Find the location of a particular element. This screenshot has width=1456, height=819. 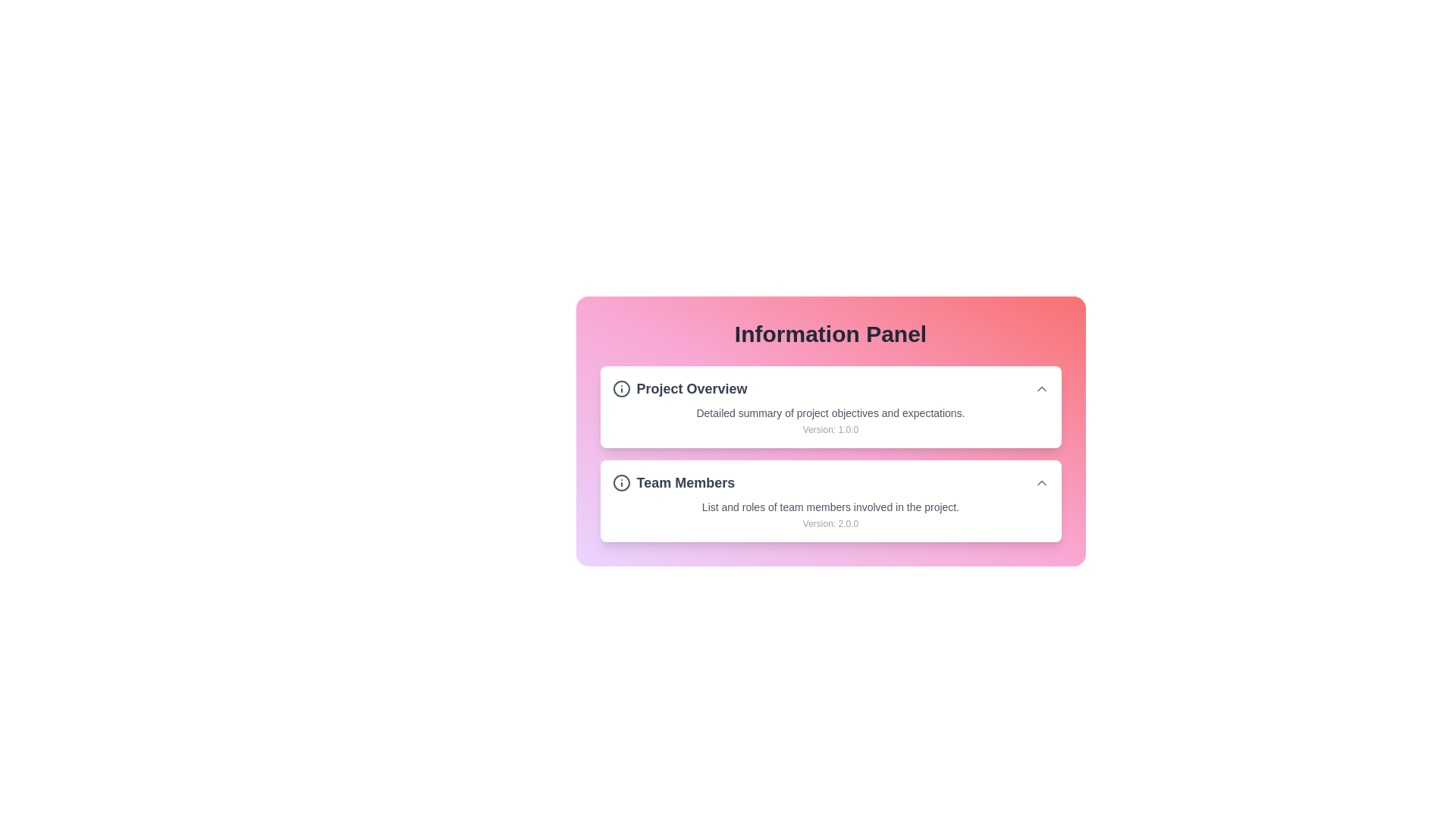

the informational icon located to the left of the 'Project Overview' header, which signifies the content's nature is located at coordinates (621, 388).